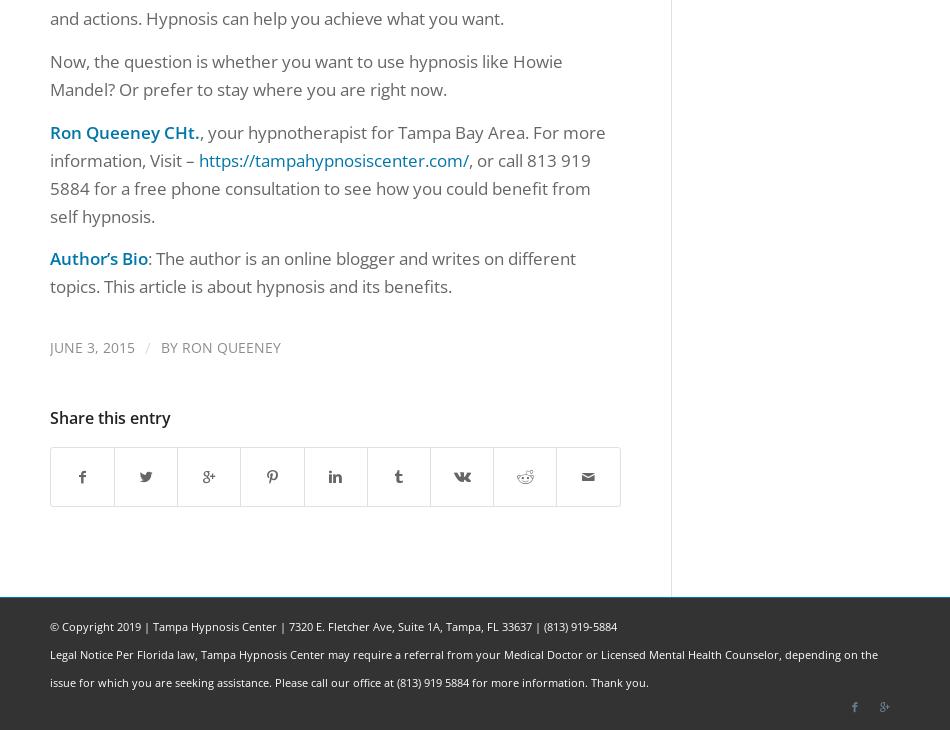 The image size is (950, 730). Describe the element at coordinates (319, 187) in the screenshot. I see `', or call 813 919 5884 for a free phone consultation to see how you could benefit from self hypnosis.'` at that location.